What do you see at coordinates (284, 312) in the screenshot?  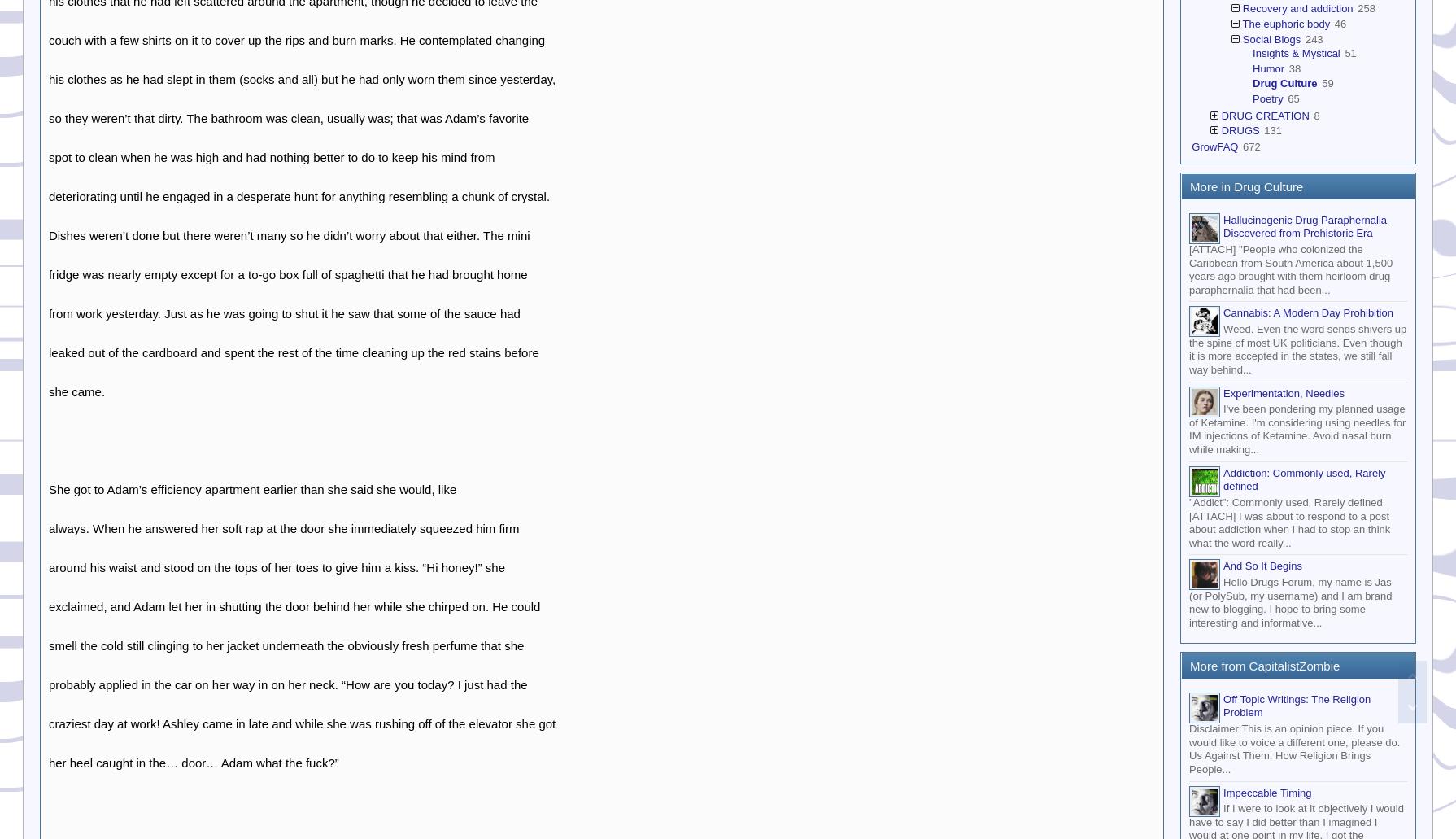 I see `'from work yesterday. Just as he was going to shut it he saw that some of the sauce had'` at bounding box center [284, 312].